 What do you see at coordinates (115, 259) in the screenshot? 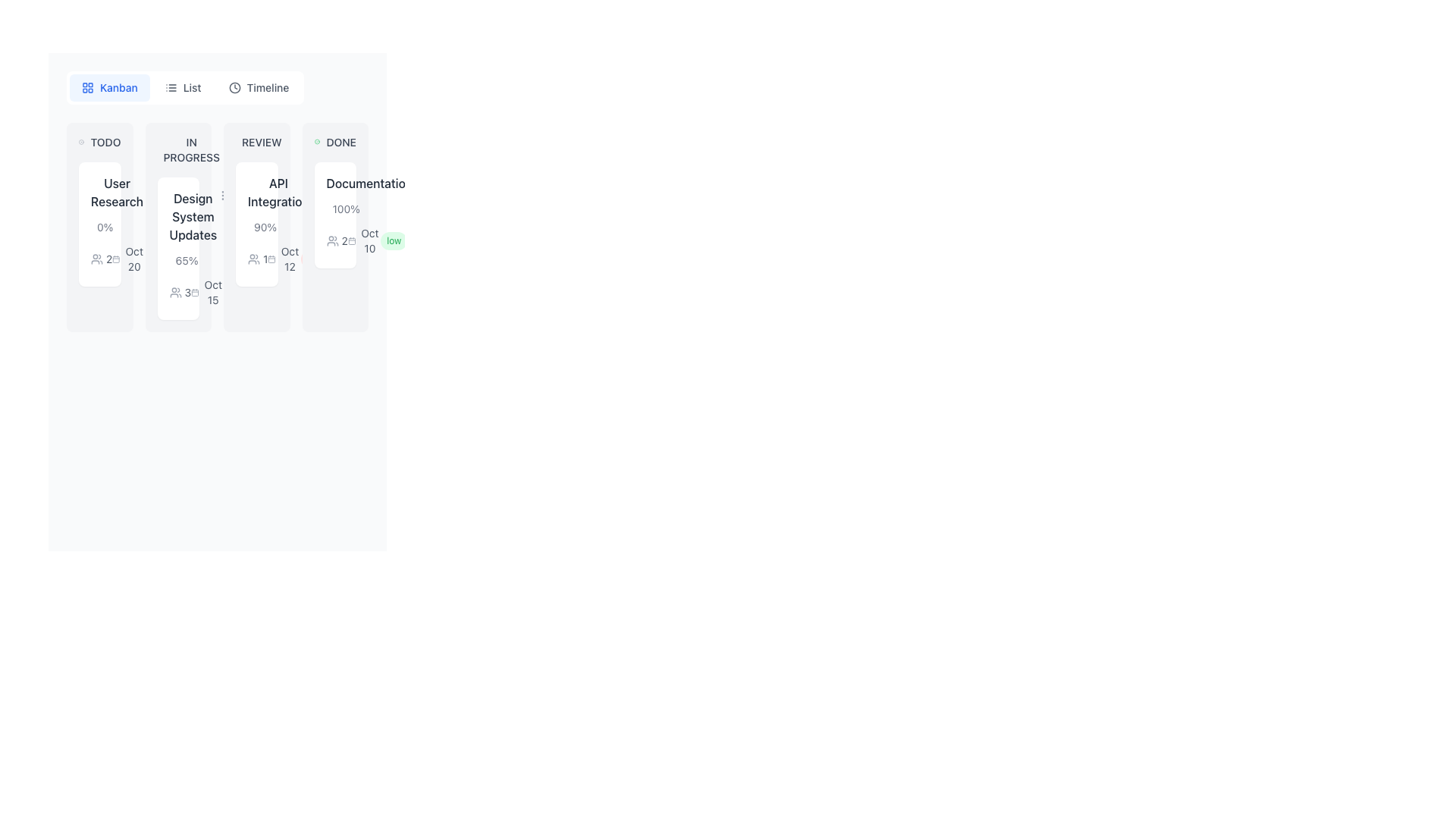
I see `the calendar icon located in the 'TODO' column of the Kanban board, which is positioned underneath the 'User Research' task card and has the date text 'Oct 20' to its right` at bounding box center [115, 259].